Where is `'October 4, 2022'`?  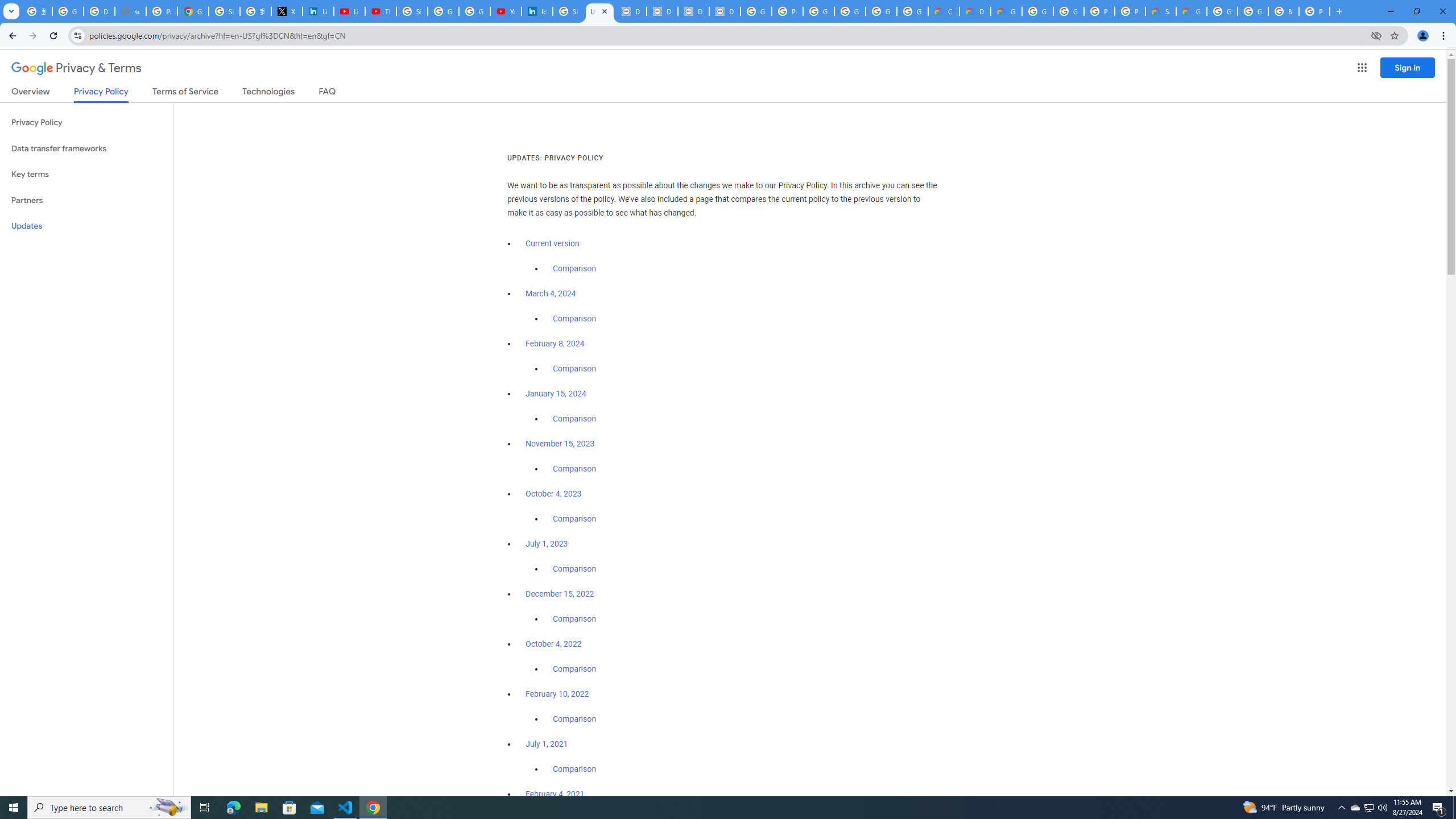
'October 4, 2022' is located at coordinates (554, 643).